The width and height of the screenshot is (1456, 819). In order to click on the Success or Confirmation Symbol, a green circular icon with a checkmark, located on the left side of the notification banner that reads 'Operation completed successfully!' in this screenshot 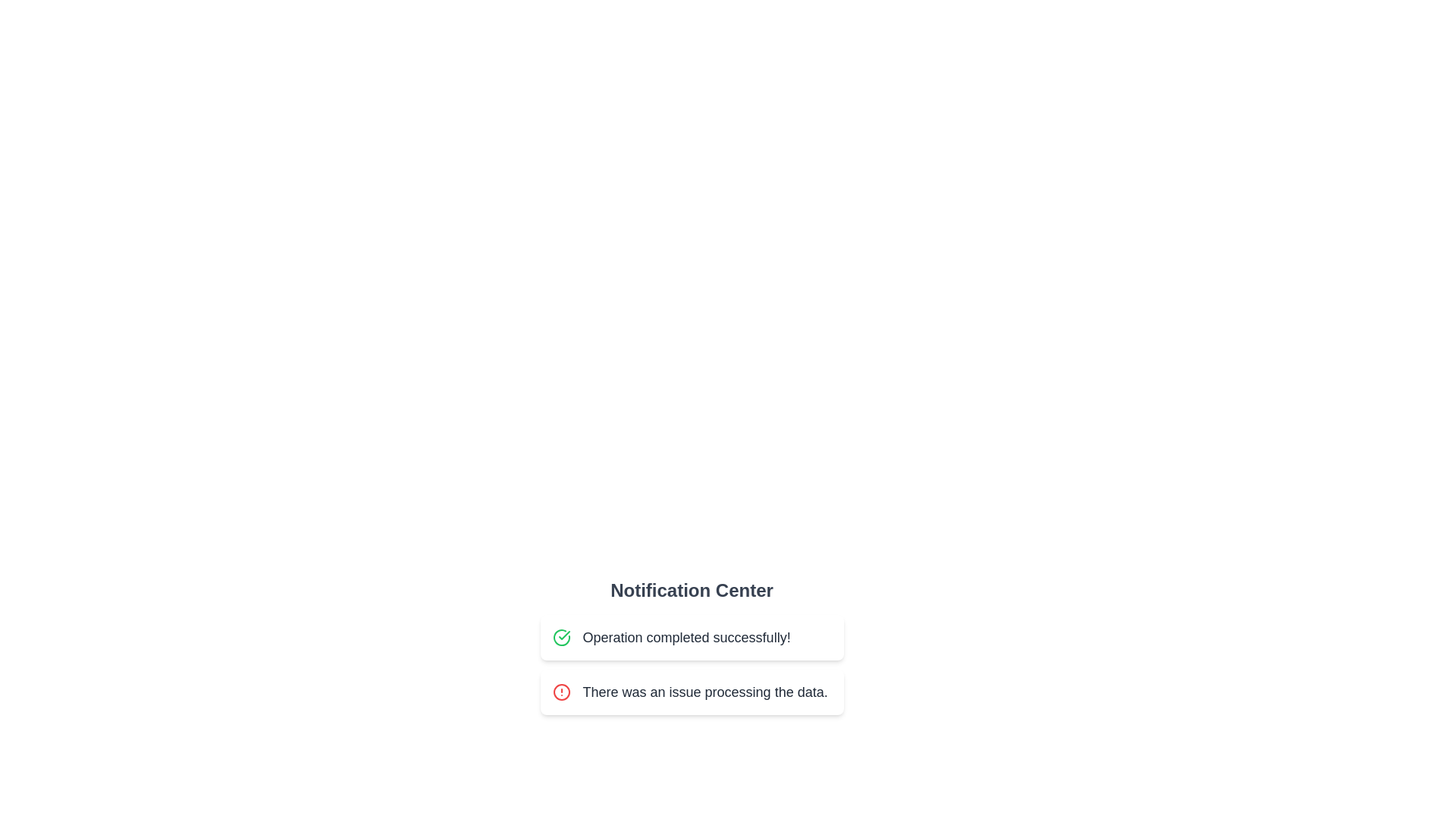, I will do `click(560, 637)`.